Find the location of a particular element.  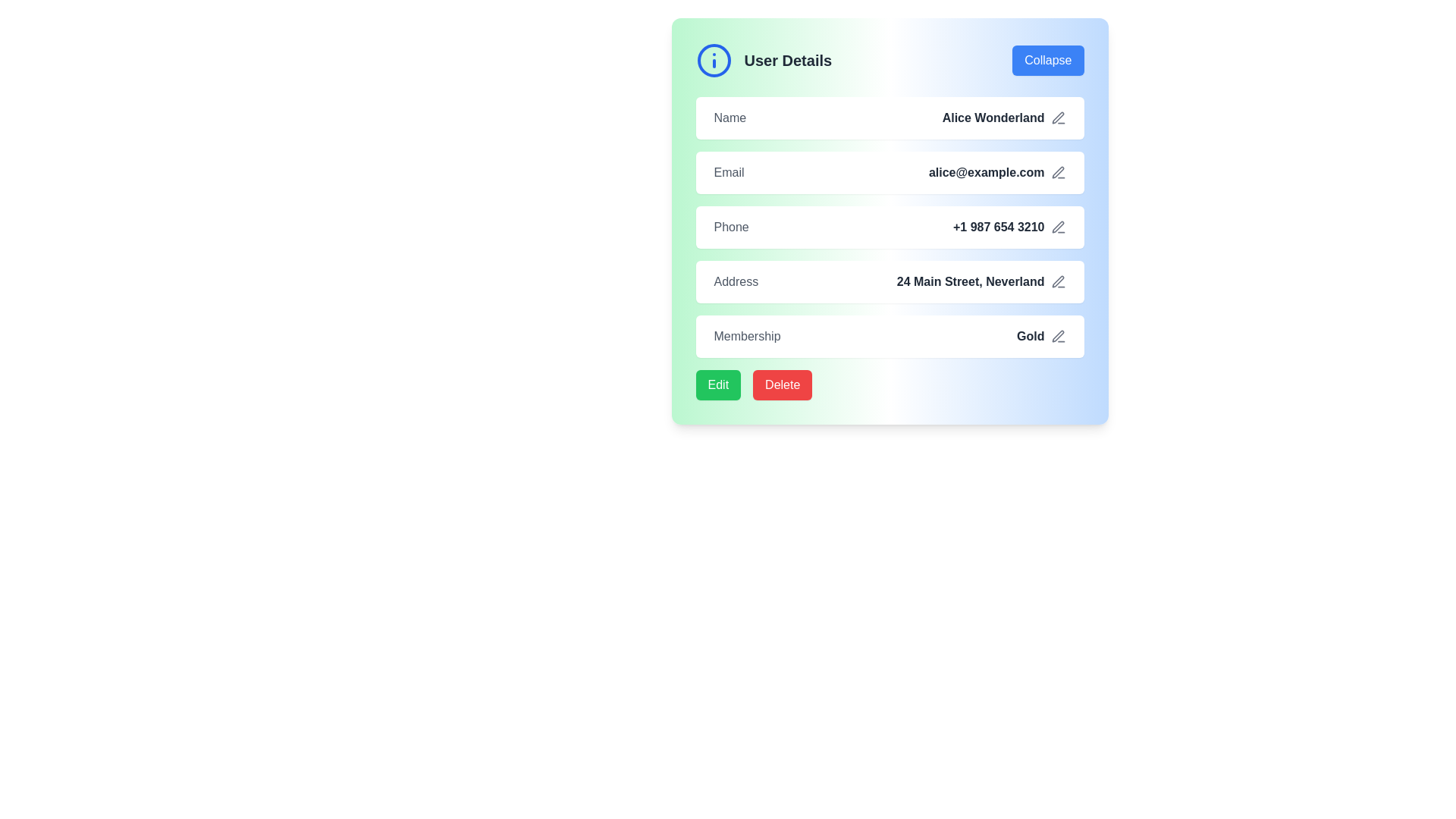

the Text Display that shows the address '24 Main Street, Neverland' in bold, dark gray font, located in the 'Address' section of the user details form is located at coordinates (981, 281).